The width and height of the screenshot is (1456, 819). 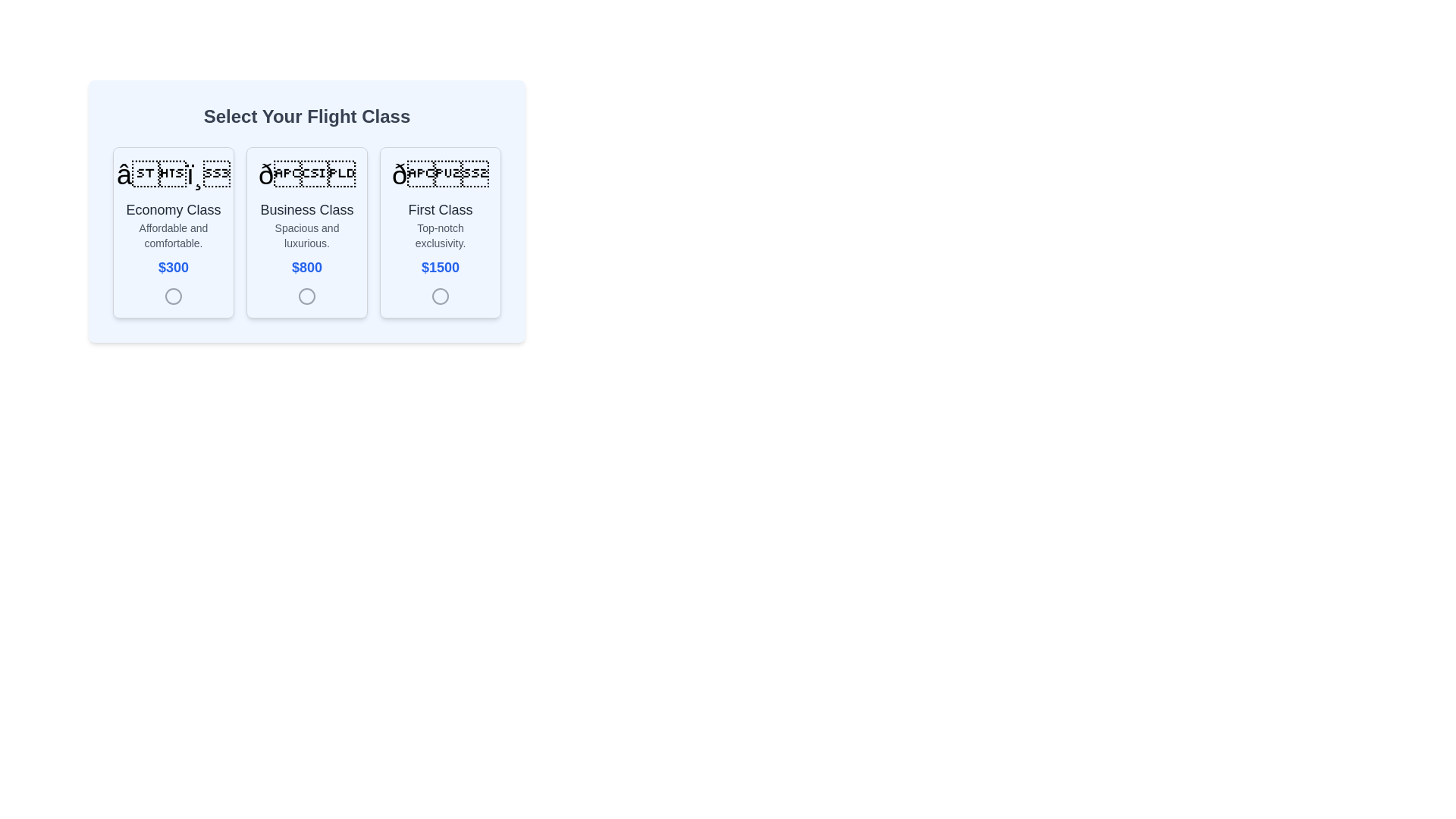 I want to click on the inner SVG circle of the radio button indicating selection status for the 'First Class' option, so click(x=439, y=296).